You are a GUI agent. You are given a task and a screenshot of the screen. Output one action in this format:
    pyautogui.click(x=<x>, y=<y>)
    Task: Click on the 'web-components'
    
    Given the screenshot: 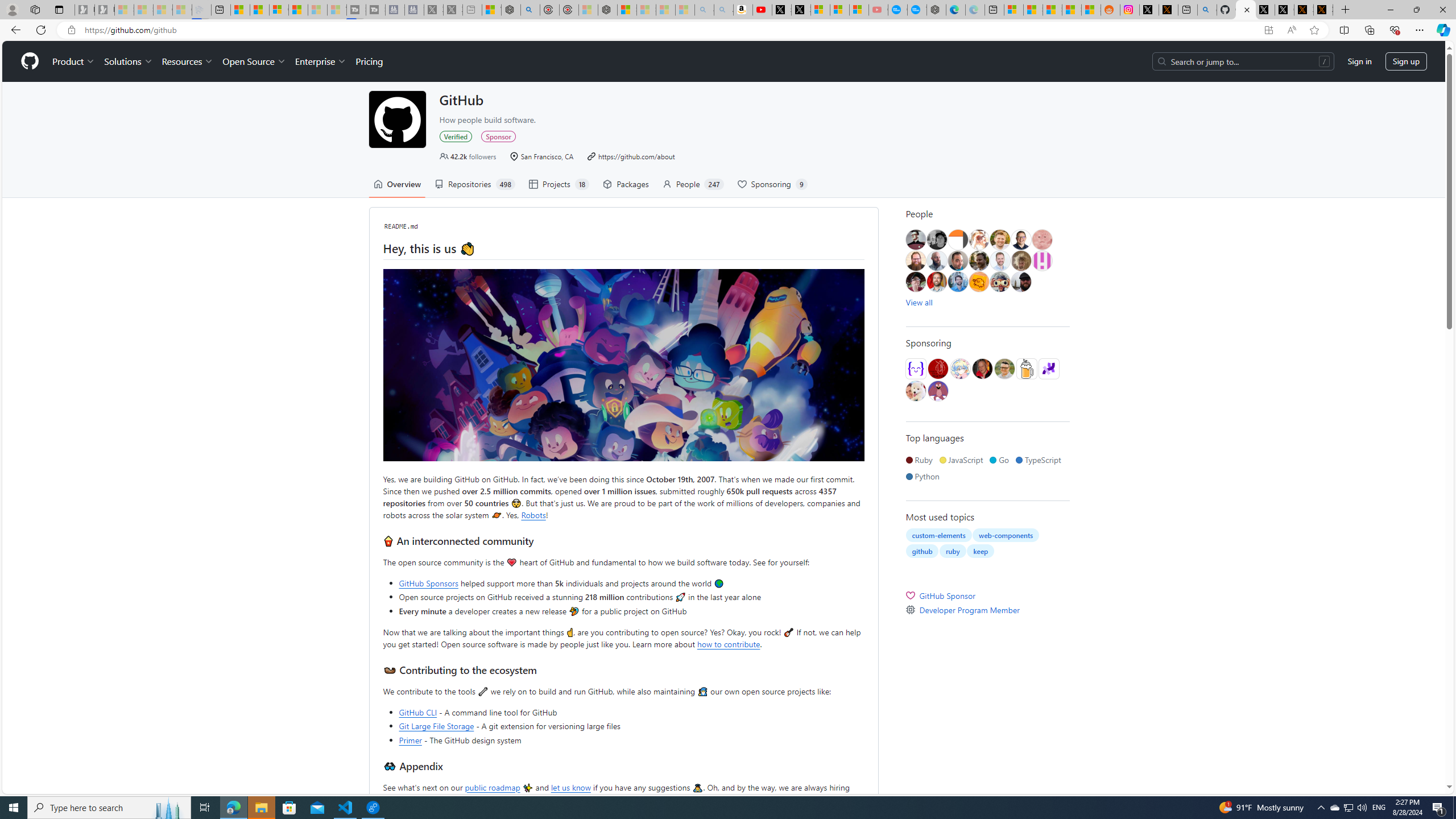 What is the action you would take?
    pyautogui.click(x=1006, y=535)
    